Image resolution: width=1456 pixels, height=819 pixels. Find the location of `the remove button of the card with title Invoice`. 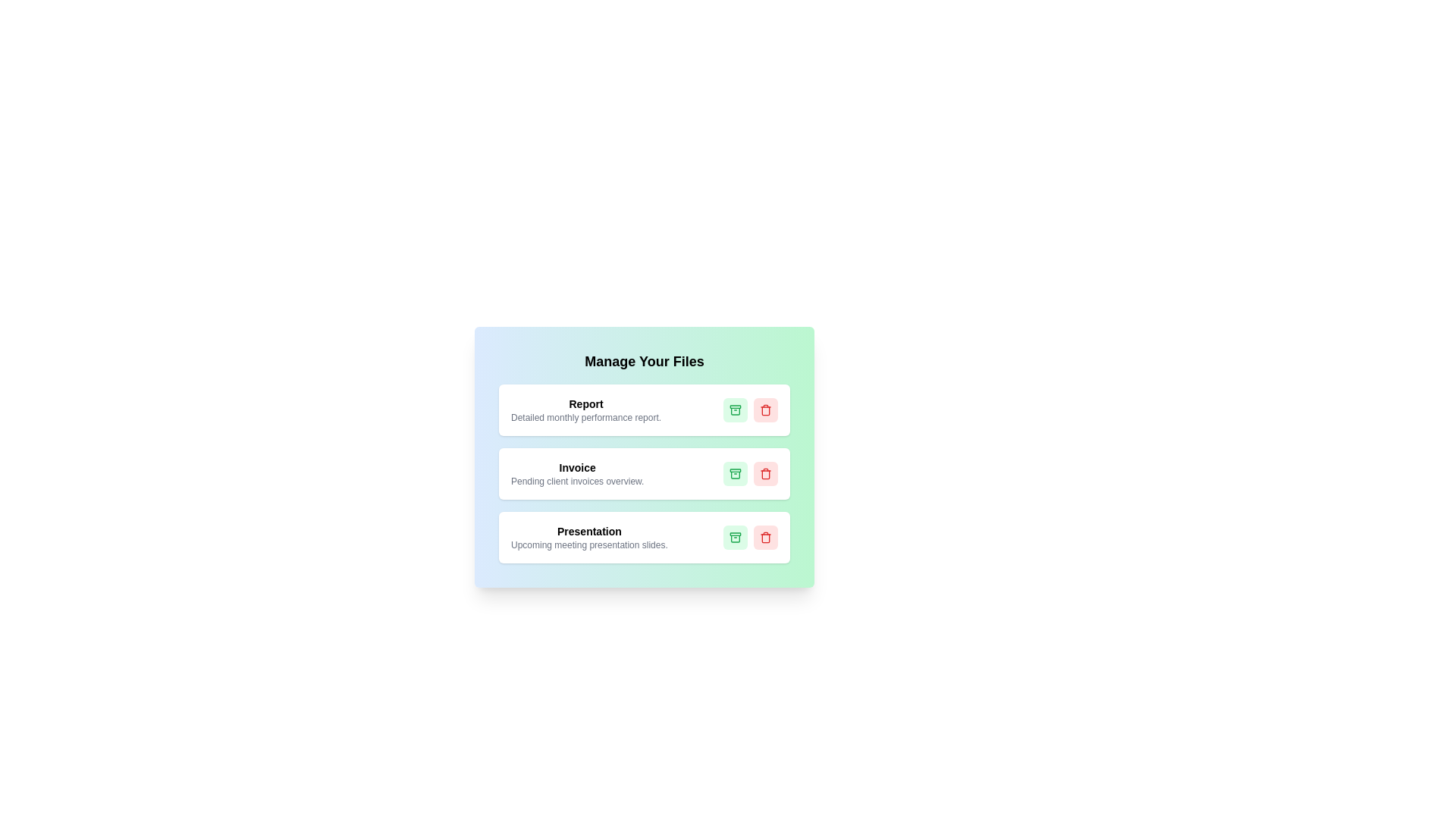

the remove button of the card with title Invoice is located at coordinates (765, 472).